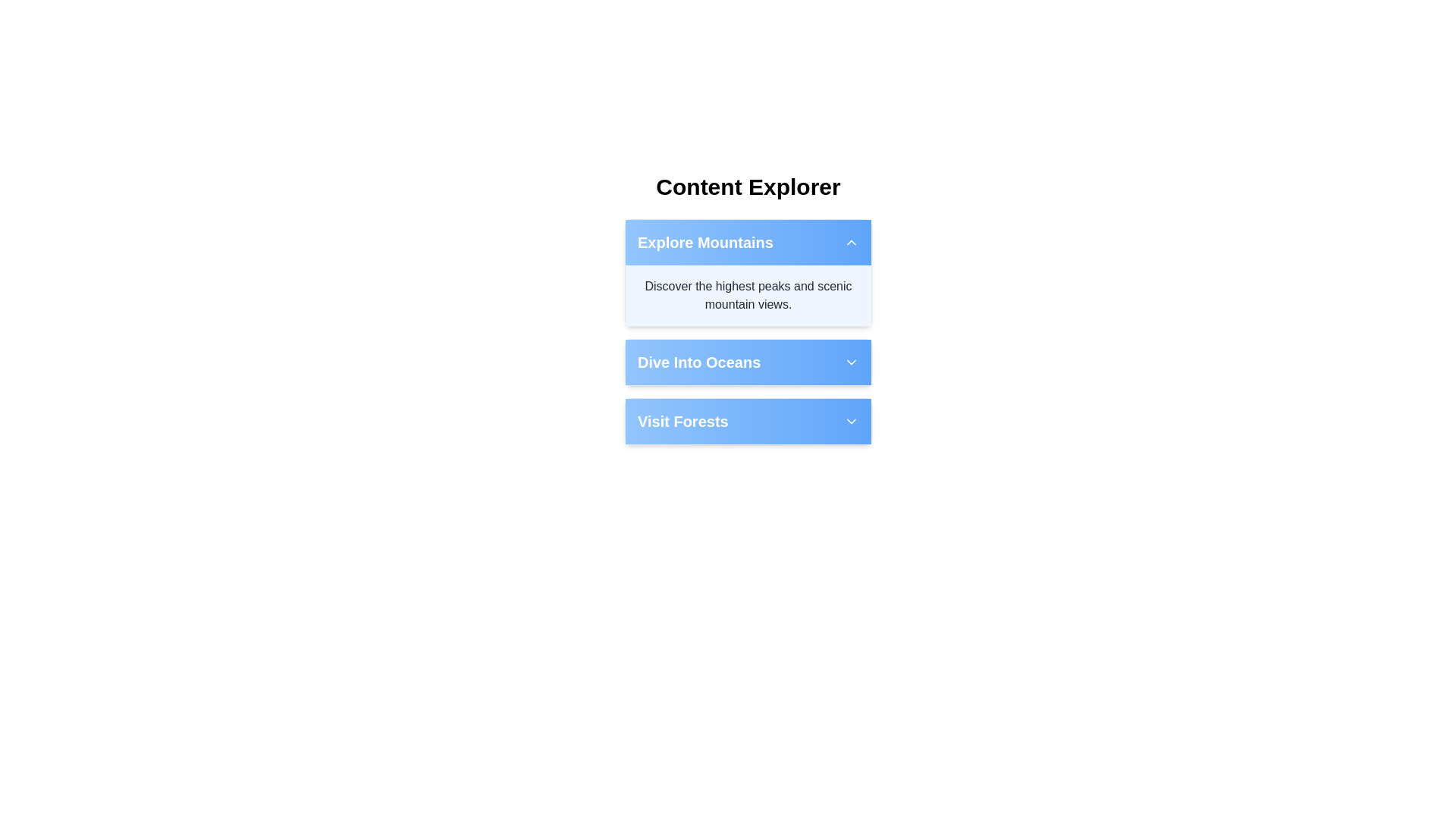 This screenshot has width=1456, height=819. Describe the element at coordinates (748, 362) in the screenshot. I see `the 'Dive Into Oceans' button, which is a horizontally oriented rectangular button with a gradient background and bold white text aligned to the left` at that location.